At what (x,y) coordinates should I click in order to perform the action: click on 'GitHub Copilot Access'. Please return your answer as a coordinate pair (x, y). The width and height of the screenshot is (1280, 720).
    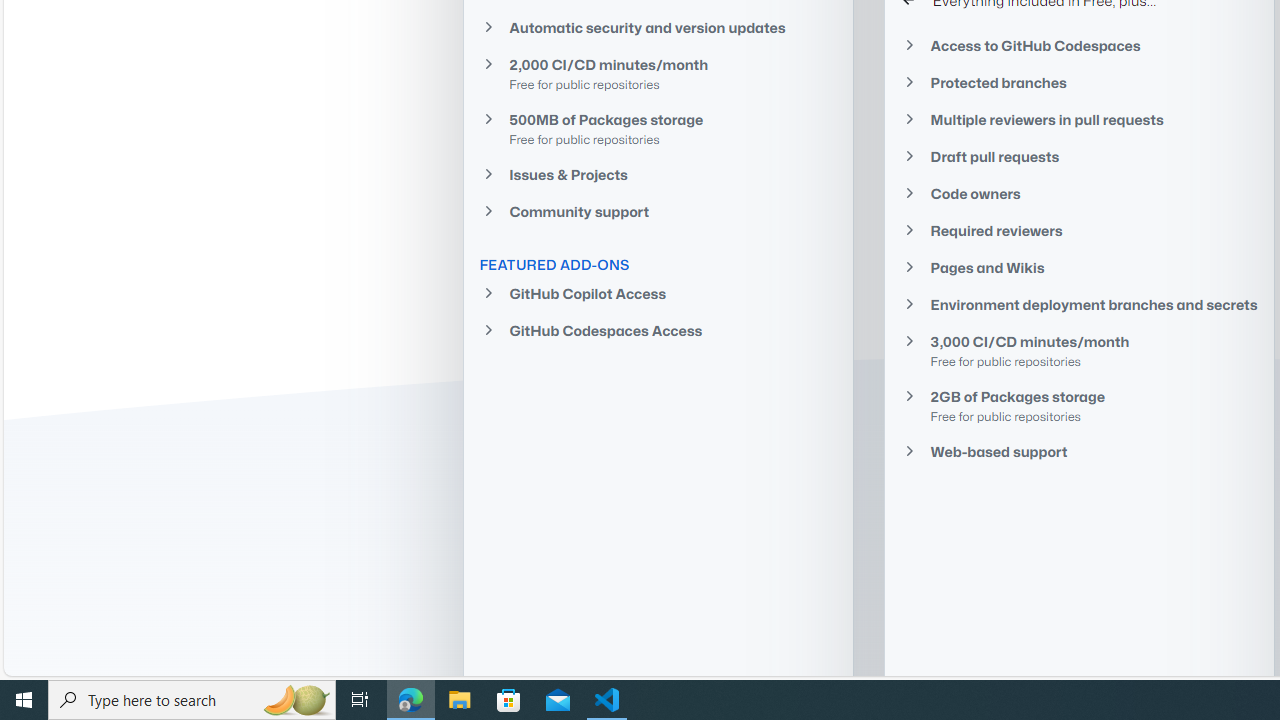
    Looking at the image, I should click on (657, 294).